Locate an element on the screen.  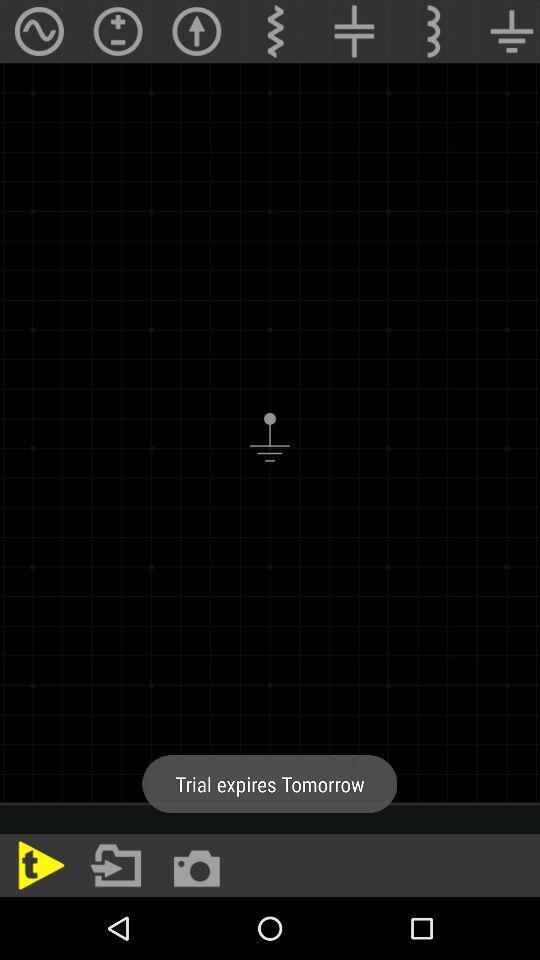
the folder icon is located at coordinates (118, 926).